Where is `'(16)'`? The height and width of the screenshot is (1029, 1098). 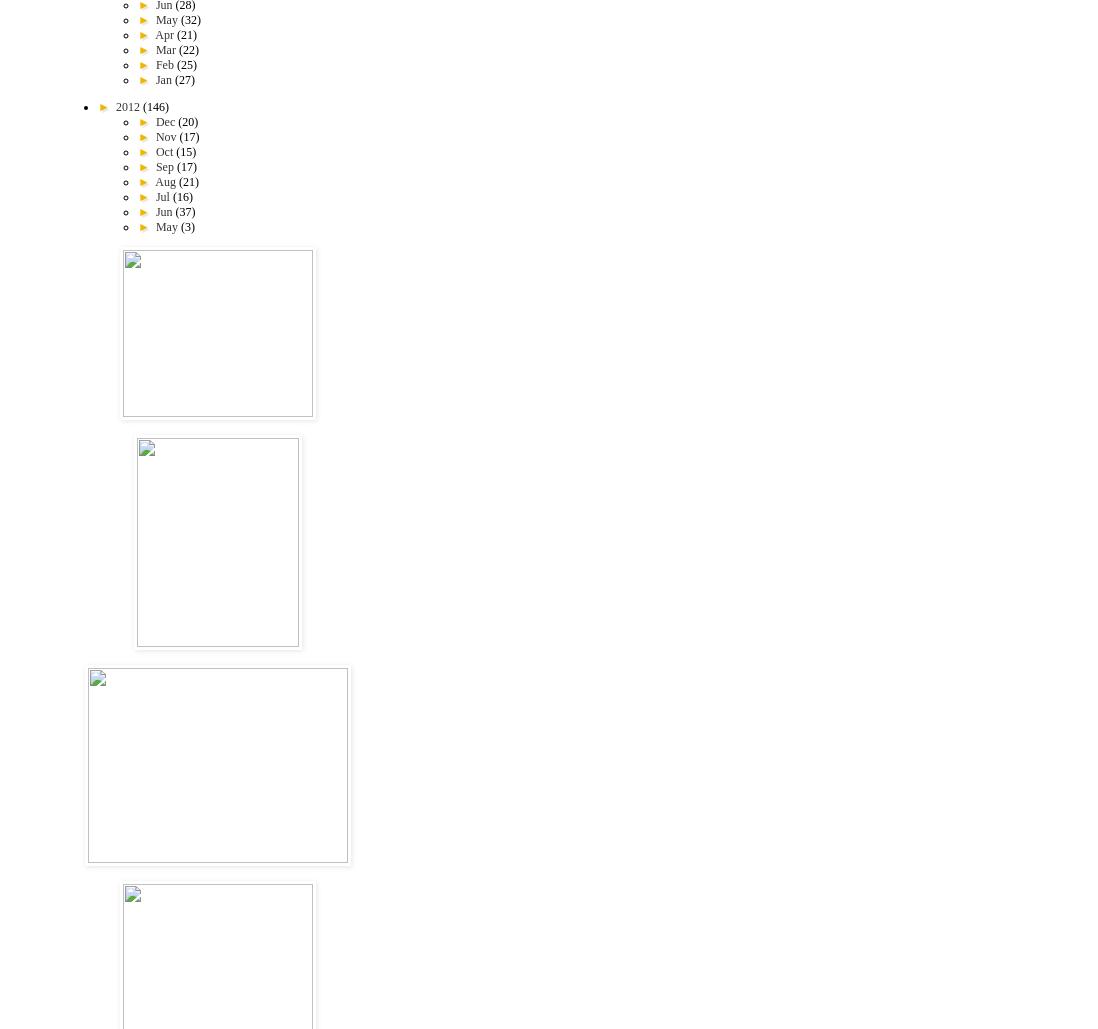
'(16)' is located at coordinates (171, 196).